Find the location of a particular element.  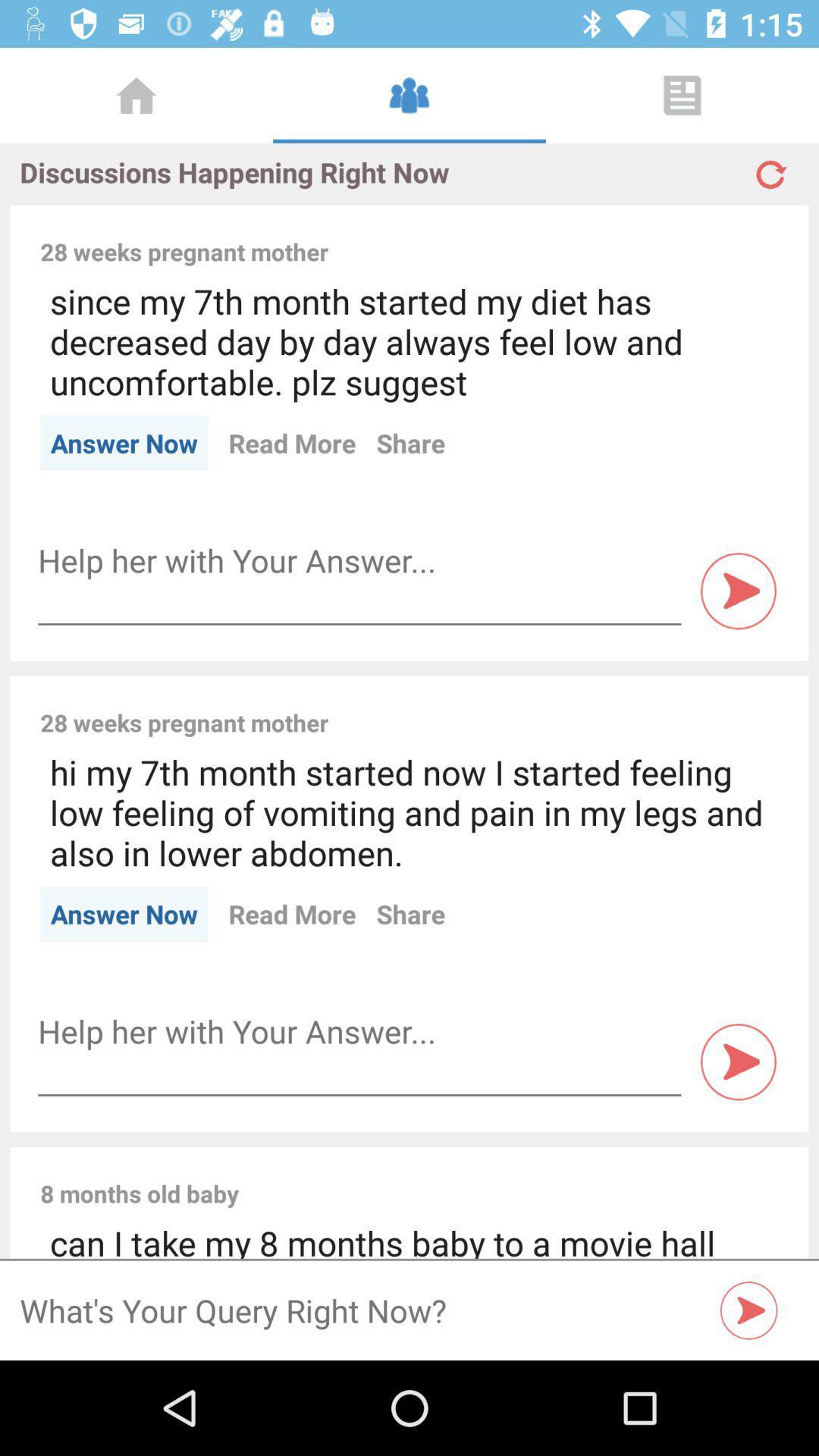

the item next to the 28 weeks pregnant item is located at coordinates (563, 705).